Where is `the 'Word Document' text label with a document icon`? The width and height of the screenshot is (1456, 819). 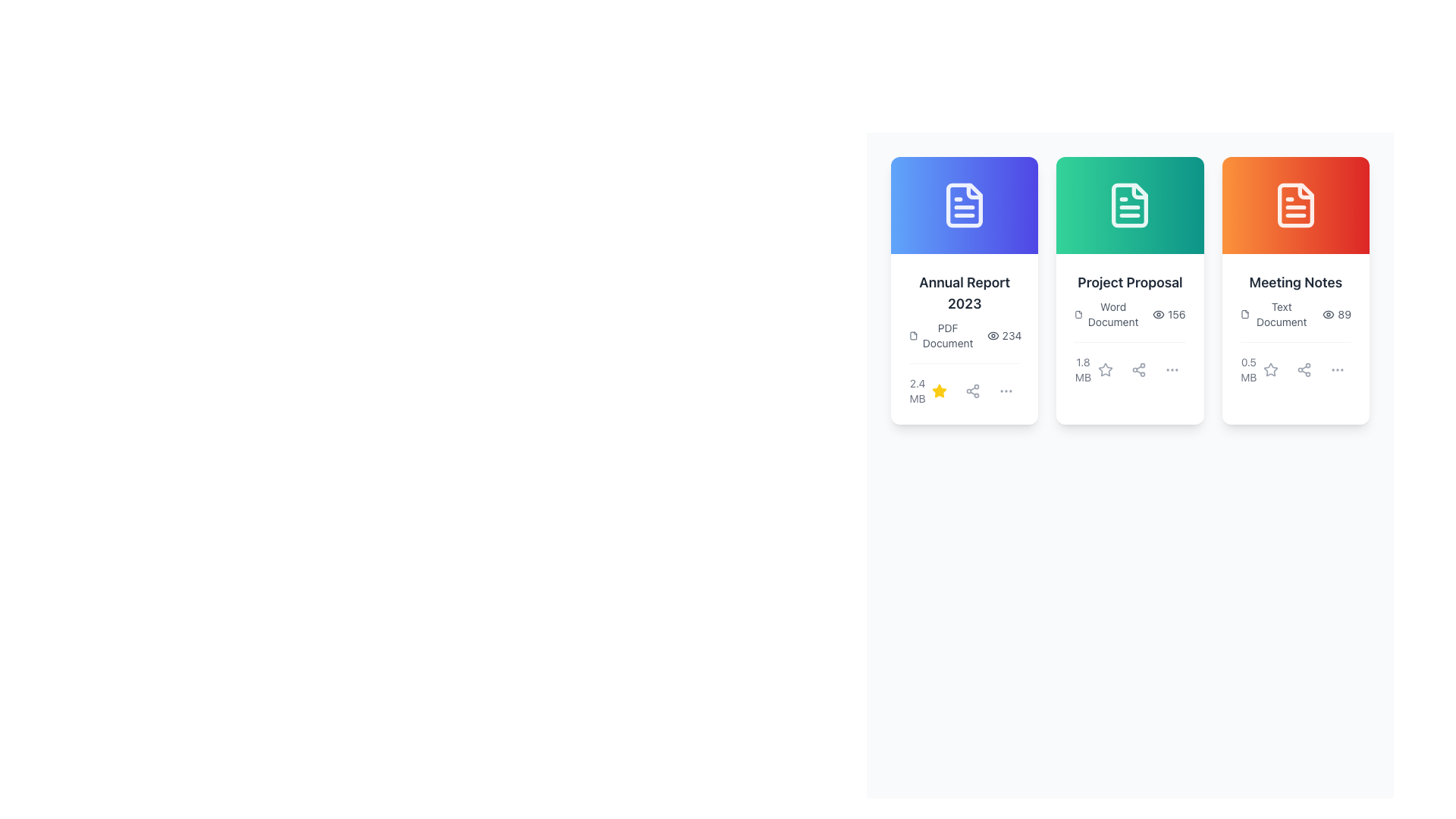 the 'Word Document' text label with a document icon is located at coordinates (1107, 314).